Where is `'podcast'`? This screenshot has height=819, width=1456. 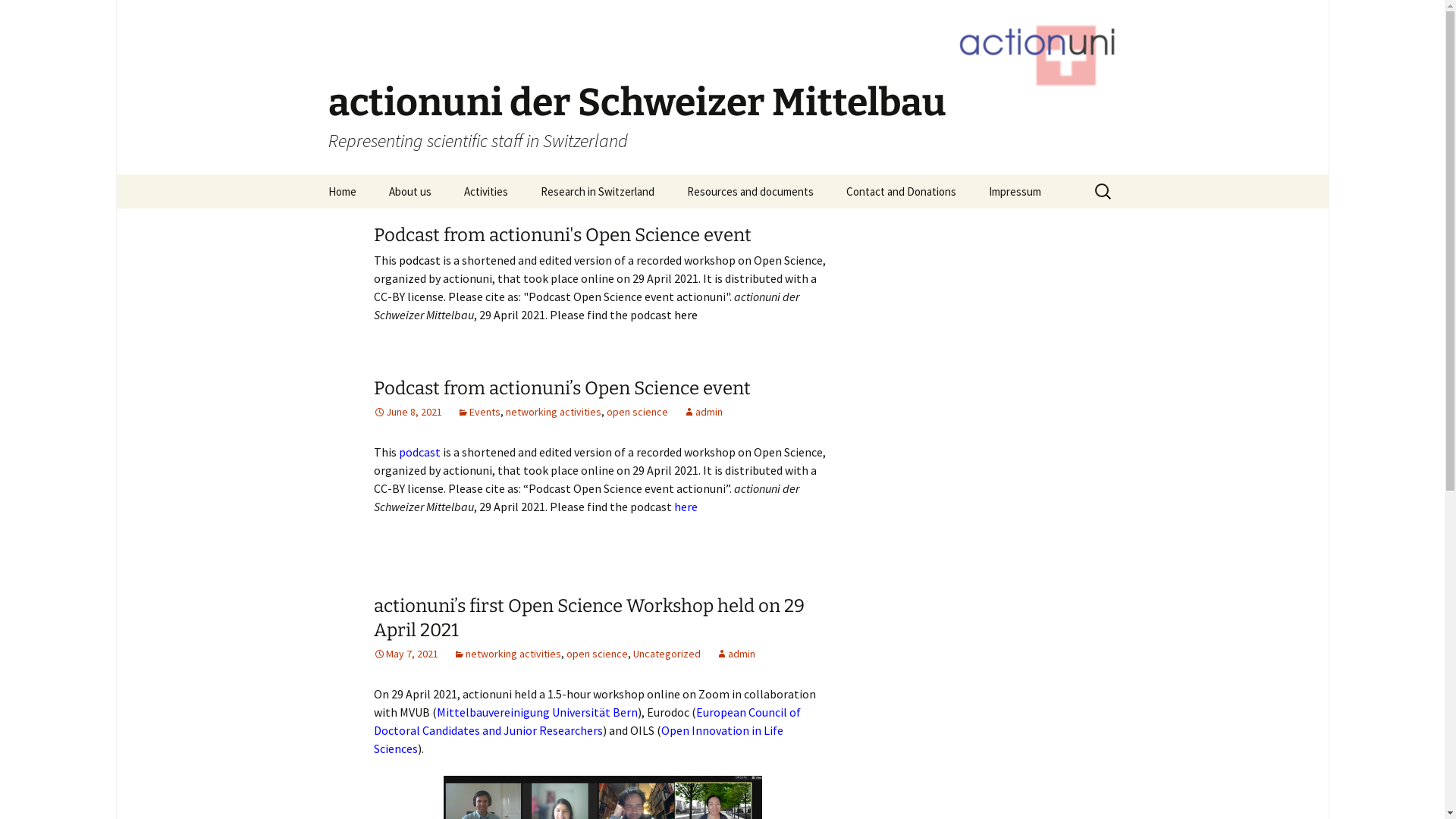
'podcast' is located at coordinates (419, 451).